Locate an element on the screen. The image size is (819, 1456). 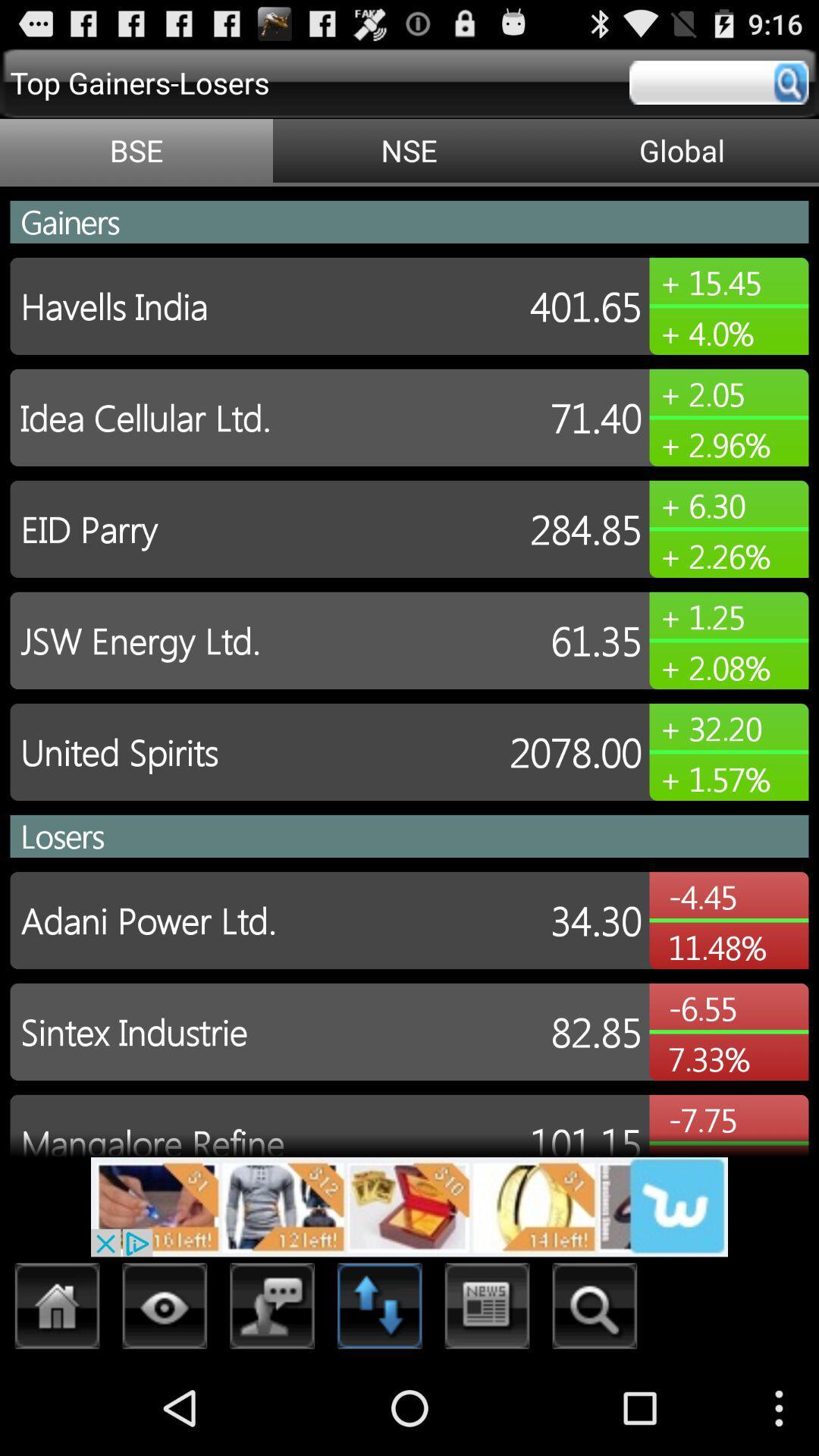
home is located at coordinates (57, 1310).